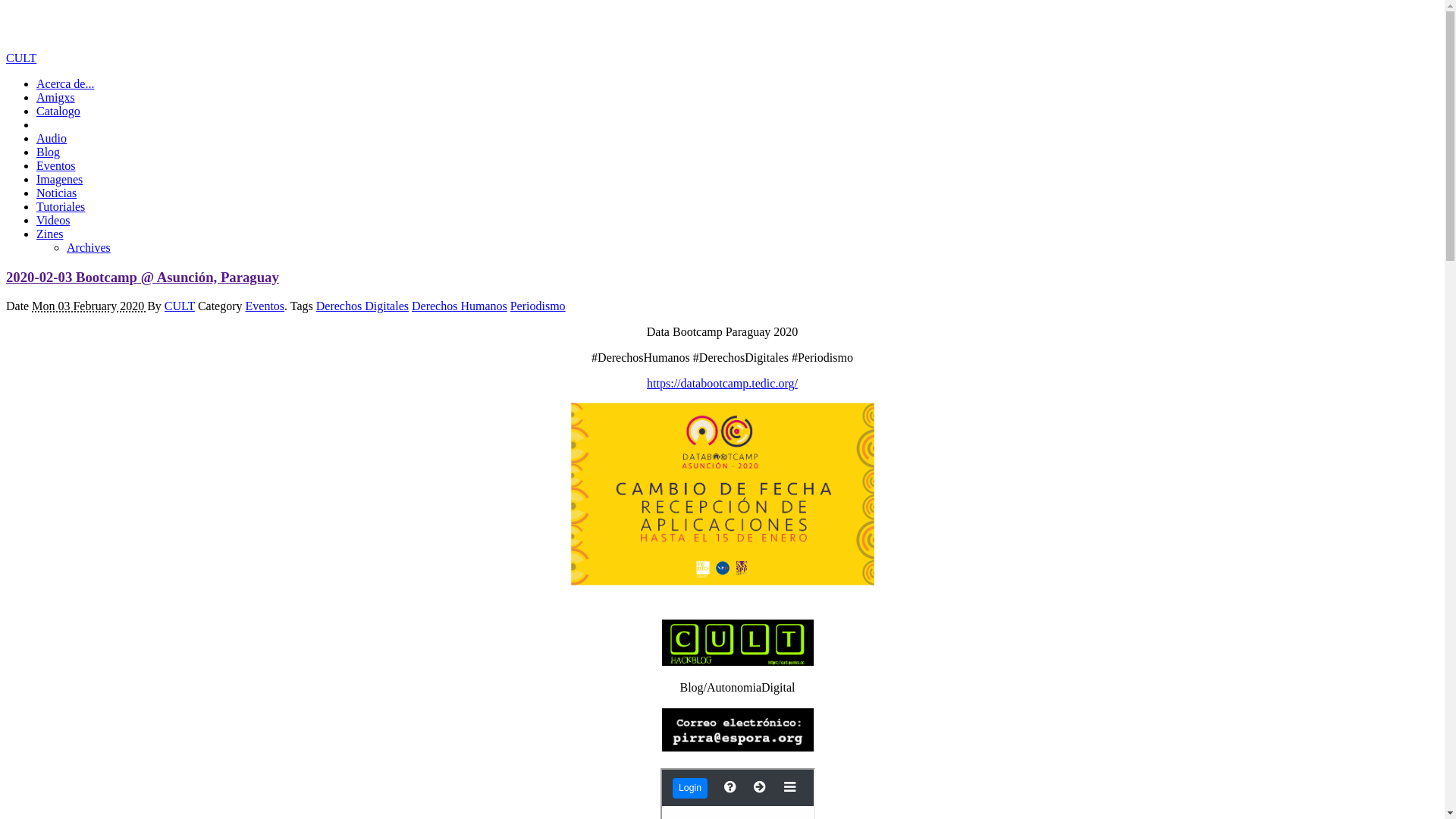 This screenshot has width=1456, height=819. What do you see at coordinates (21, 57) in the screenshot?
I see `'CULT'` at bounding box center [21, 57].